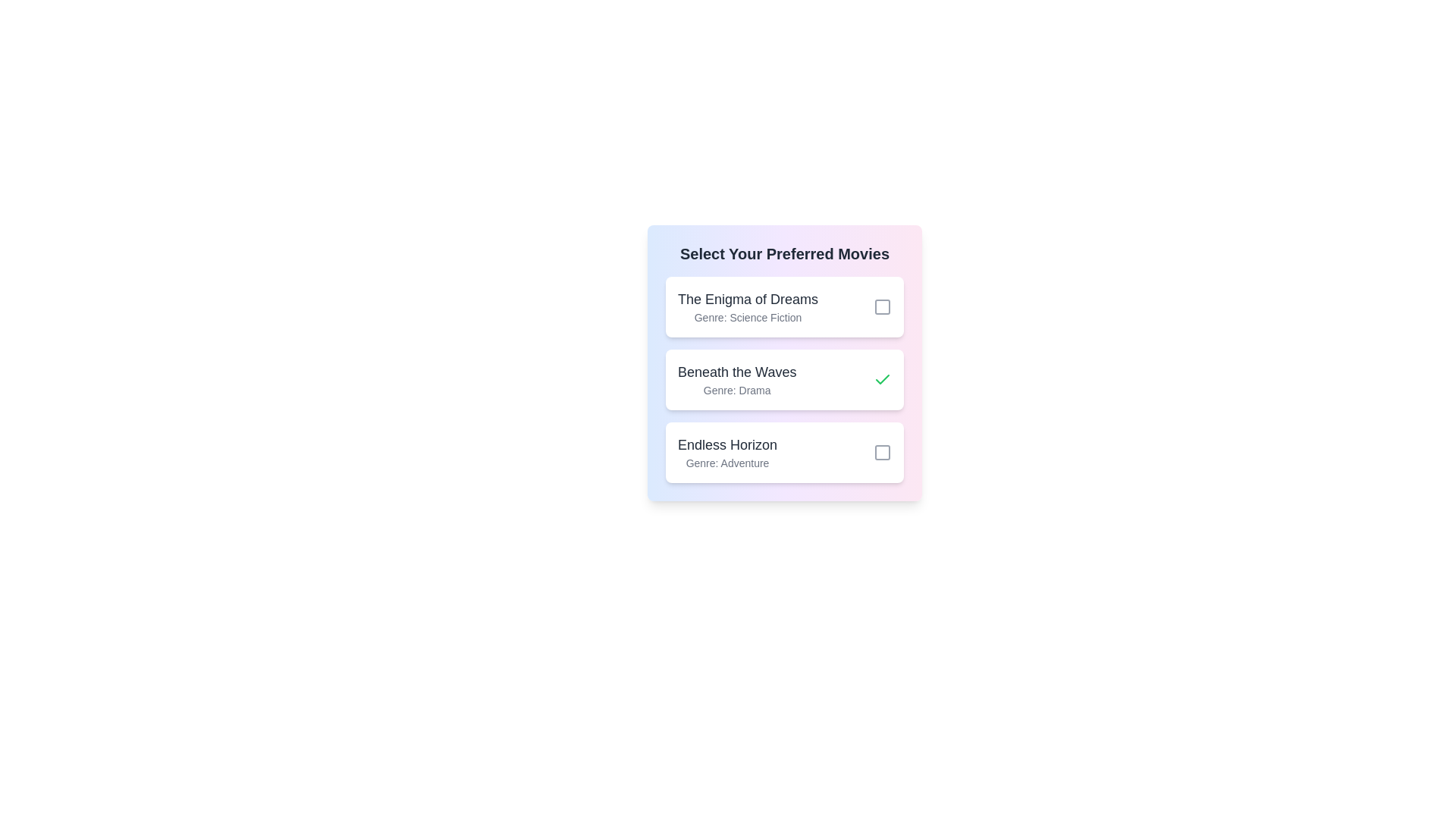 The image size is (1456, 819). Describe the element at coordinates (785, 379) in the screenshot. I see `the list item corresponding to Beneath the Waves` at that location.